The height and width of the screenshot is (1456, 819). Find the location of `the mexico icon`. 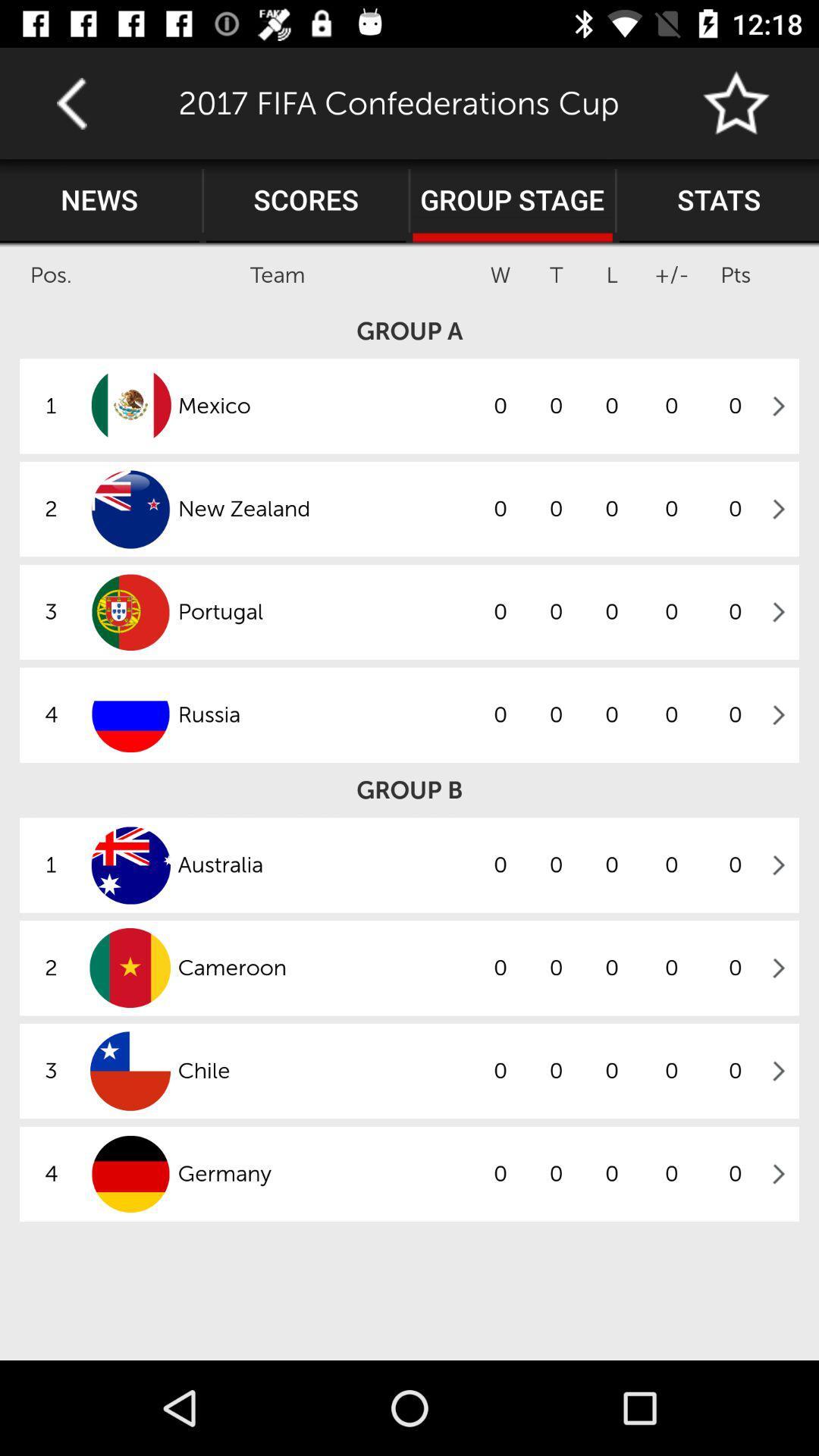

the mexico icon is located at coordinates (324, 406).